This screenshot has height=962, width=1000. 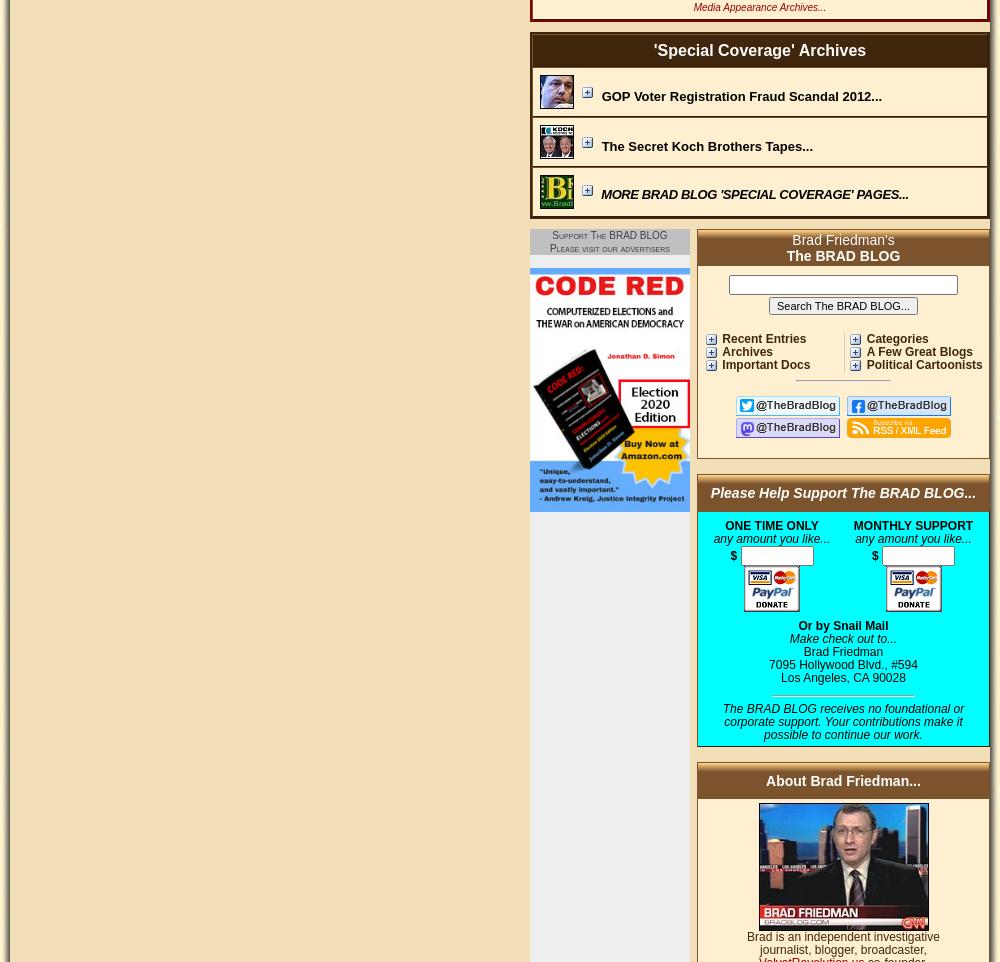 What do you see at coordinates (842, 255) in the screenshot?
I see `'The BRAD BLOG'` at bounding box center [842, 255].